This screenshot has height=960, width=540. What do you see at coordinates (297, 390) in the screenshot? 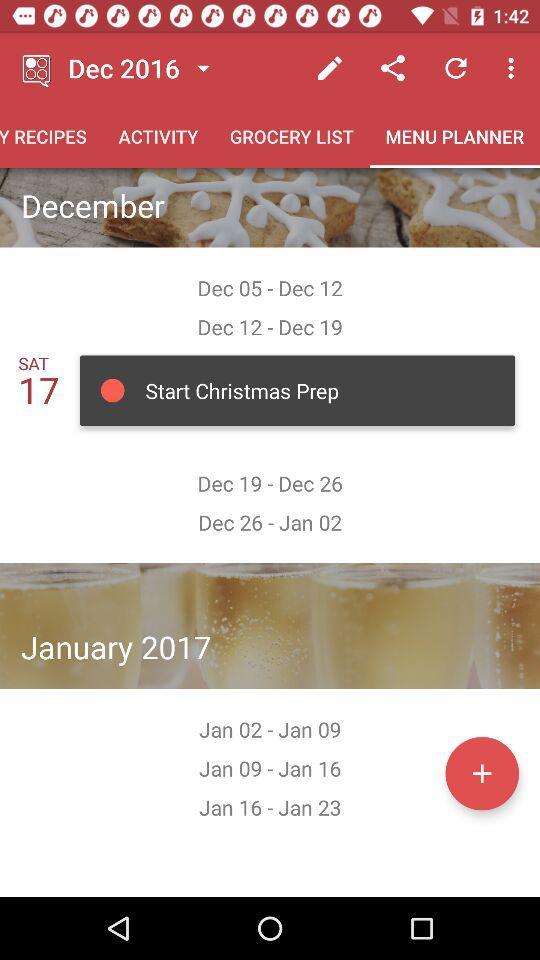
I see `the button below dec 12  dec 19` at bounding box center [297, 390].